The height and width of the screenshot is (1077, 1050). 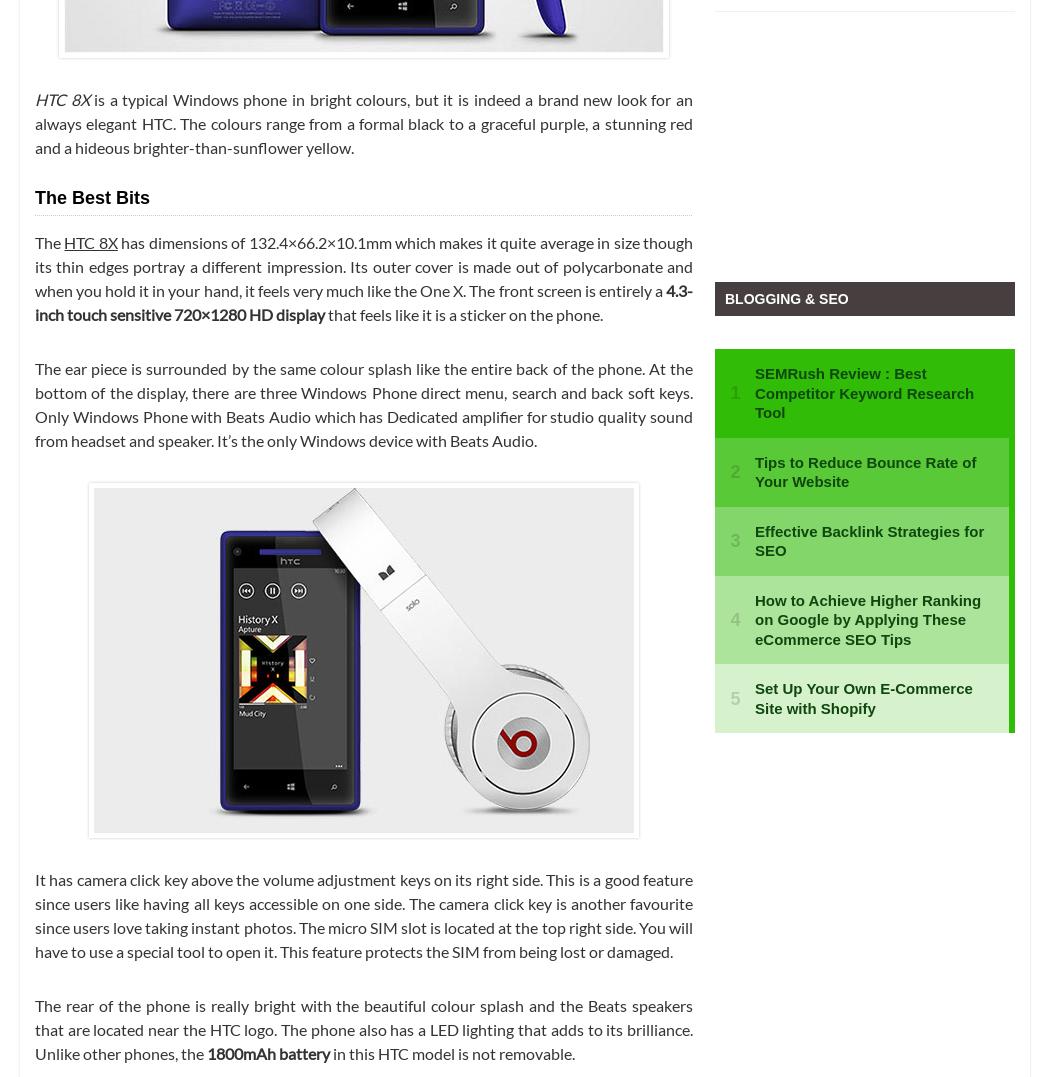 I want to click on 'that feels like it is a sticker on the phone.', so click(x=463, y=313).